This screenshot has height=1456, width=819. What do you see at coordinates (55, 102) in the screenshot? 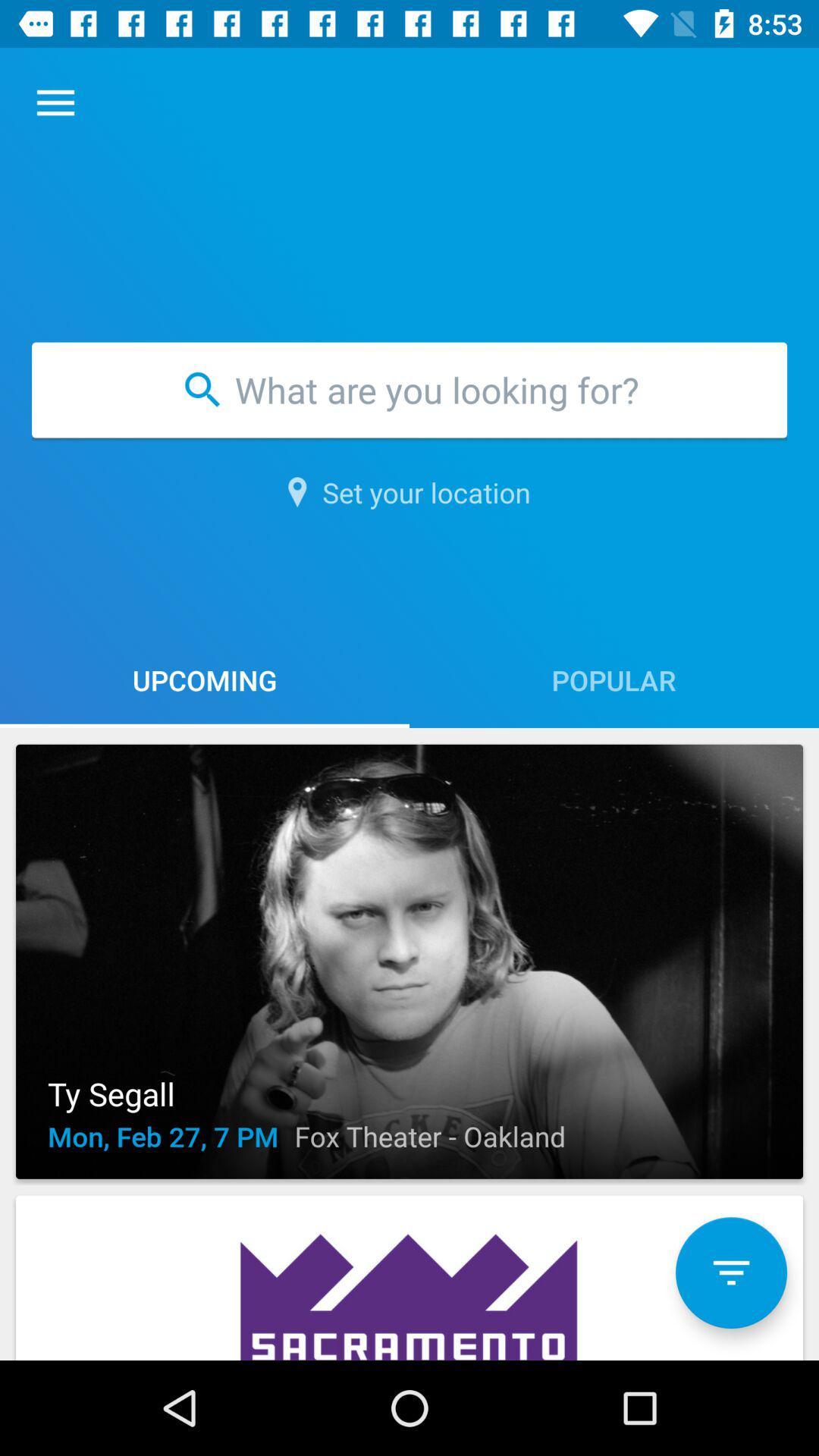
I see `icon at the top left corner` at bounding box center [55, 102].